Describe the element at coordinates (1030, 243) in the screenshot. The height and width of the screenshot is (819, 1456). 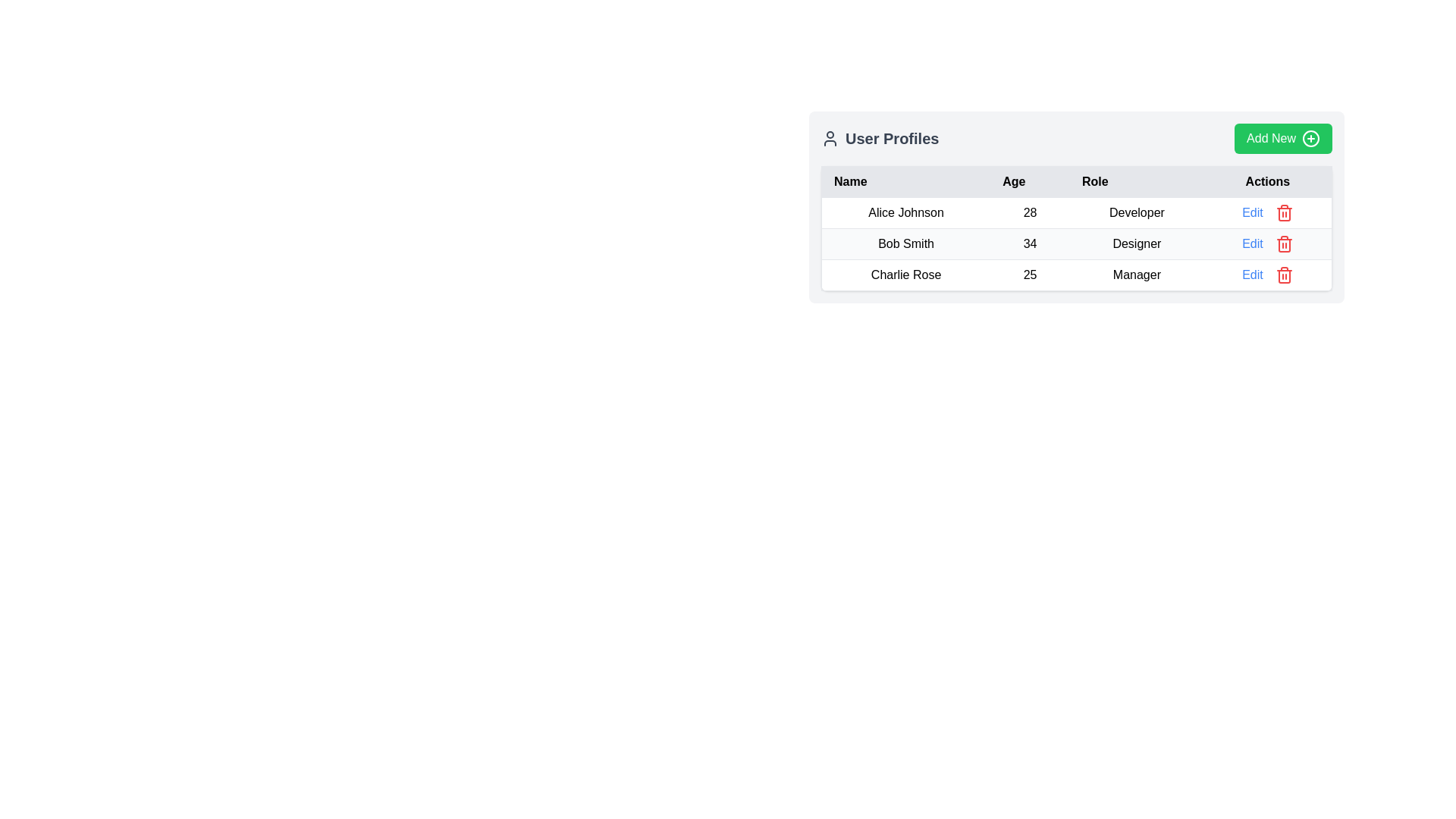
I see `the text element displaying '34' in the 'Age' column for user 'Bob Smith' in the table` at that location.